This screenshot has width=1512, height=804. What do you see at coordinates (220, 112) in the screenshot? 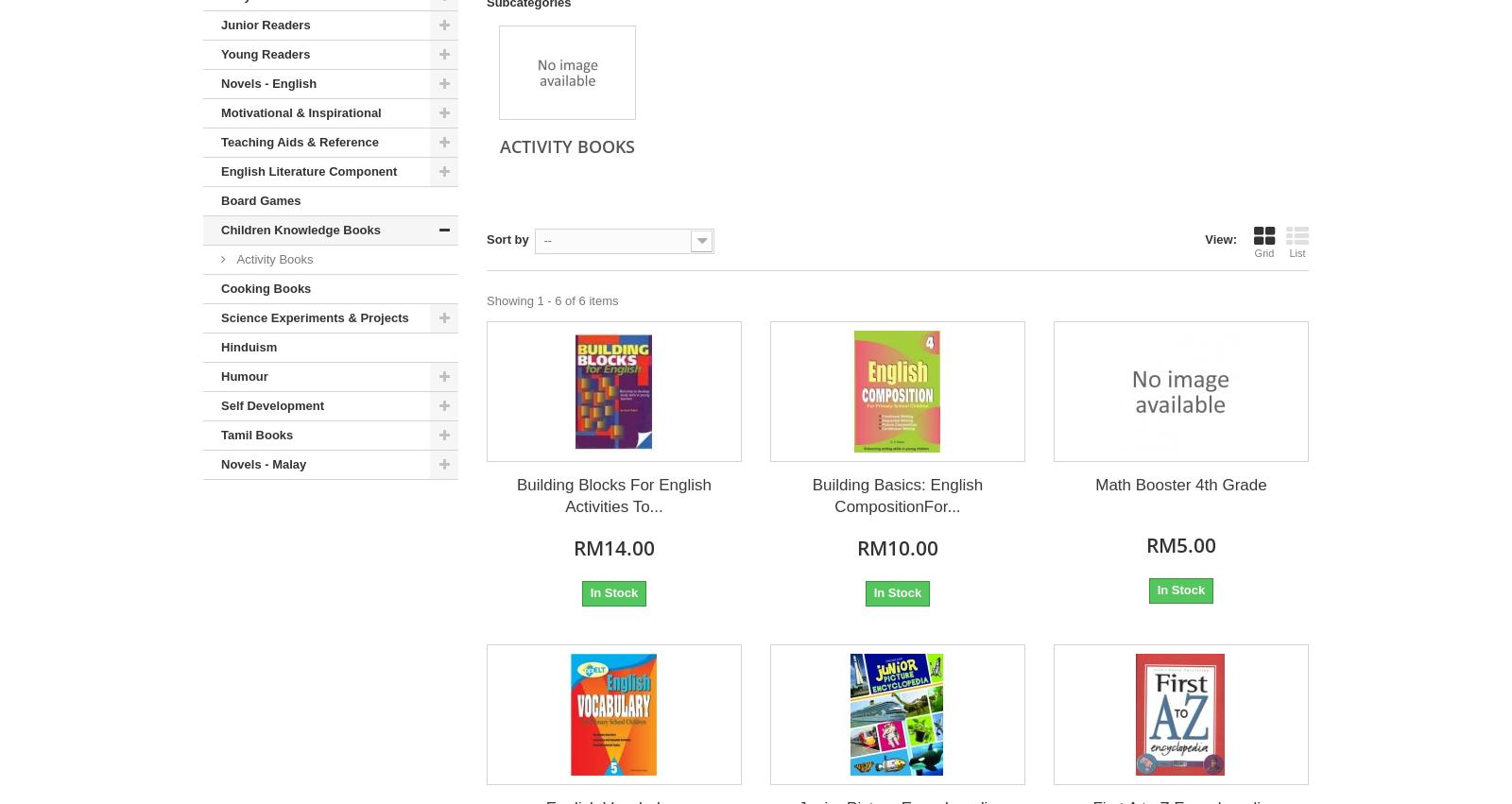
I see `'Motivational & Inspirational'` at bounding box center [220, 112].